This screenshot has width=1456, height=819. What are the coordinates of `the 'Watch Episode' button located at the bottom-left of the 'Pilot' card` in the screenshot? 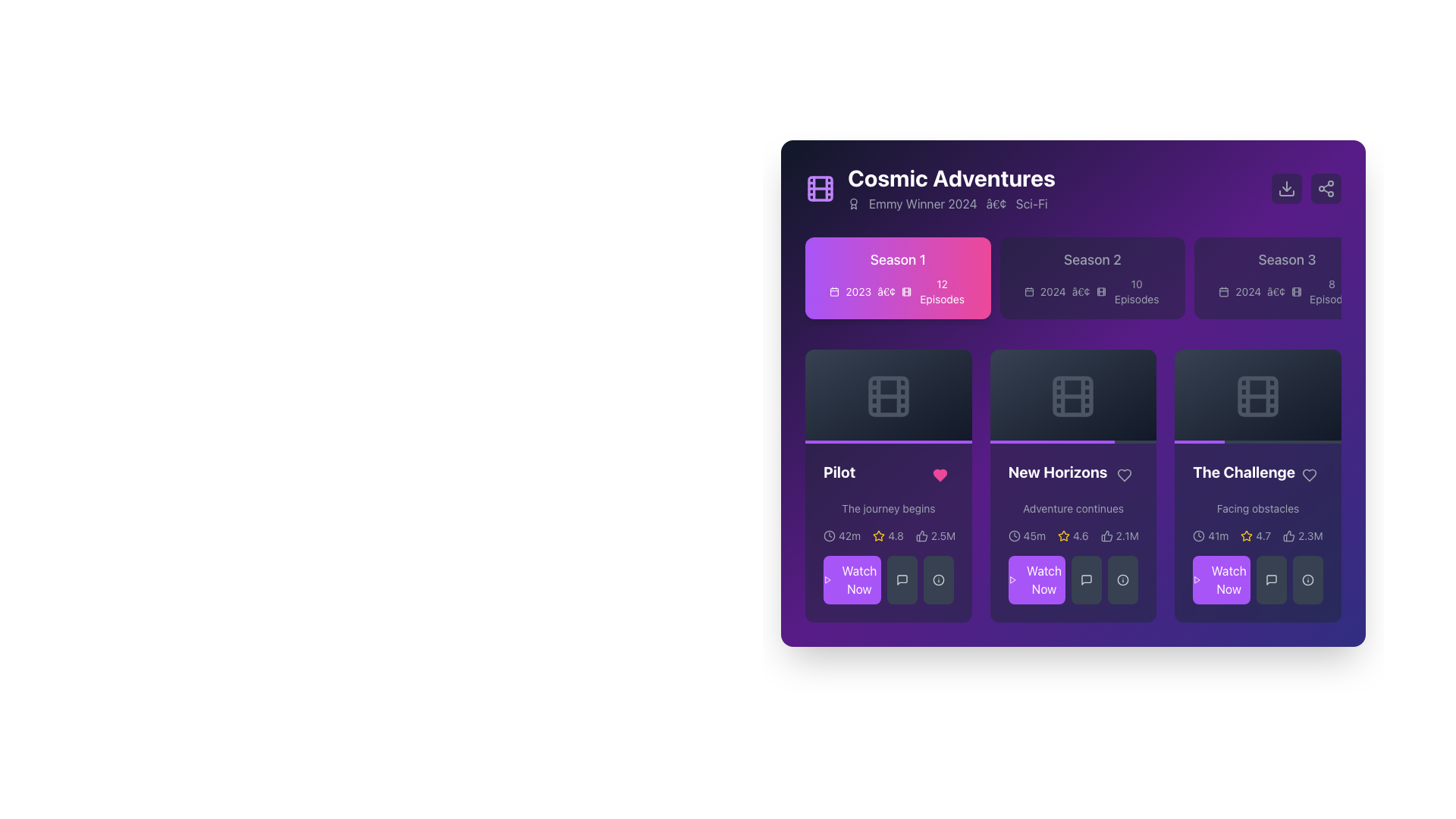 It's located at (888, 579).